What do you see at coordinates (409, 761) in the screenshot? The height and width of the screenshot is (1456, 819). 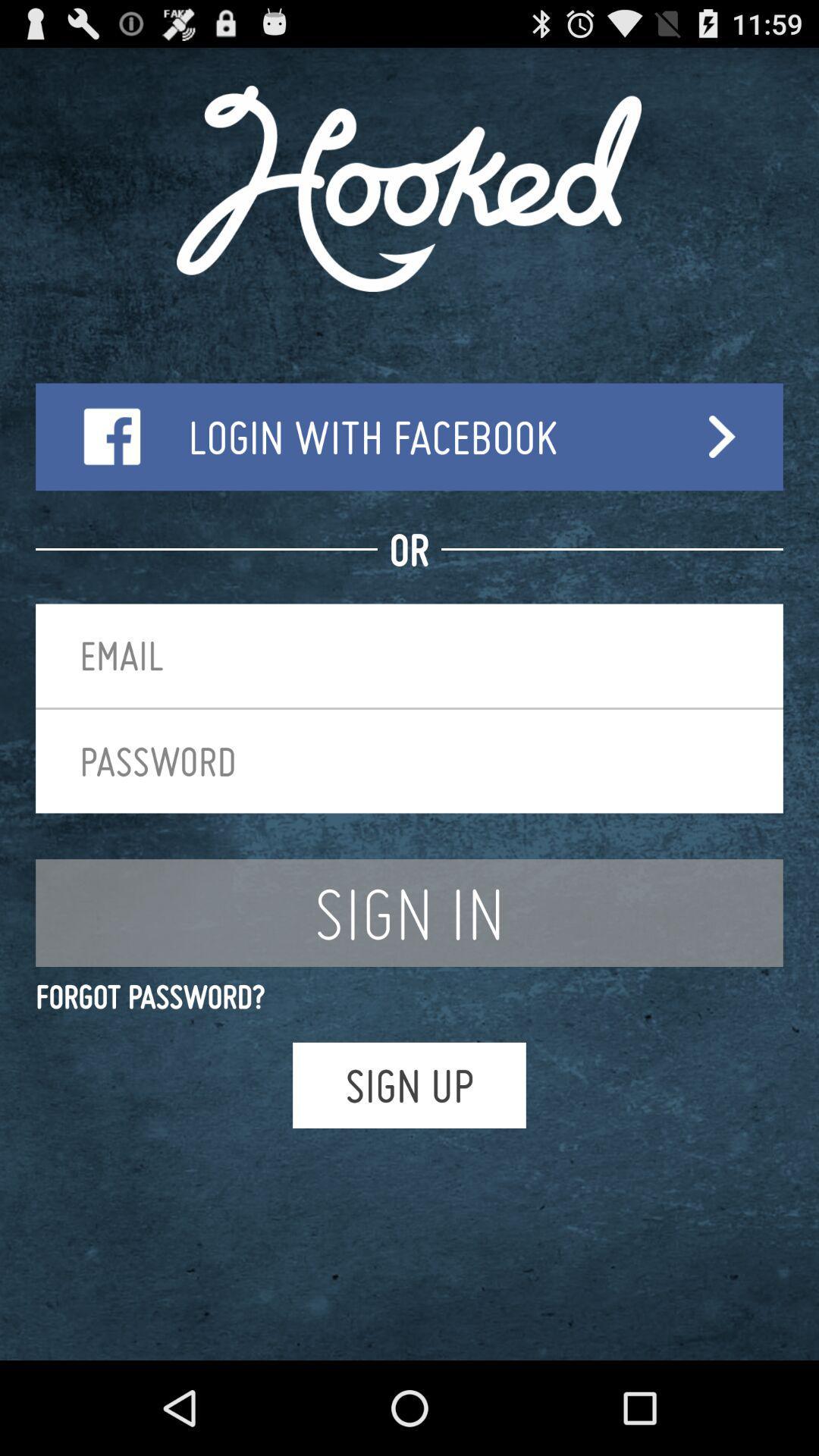 I see `item above the sign in` at bounding box center [409, 761].